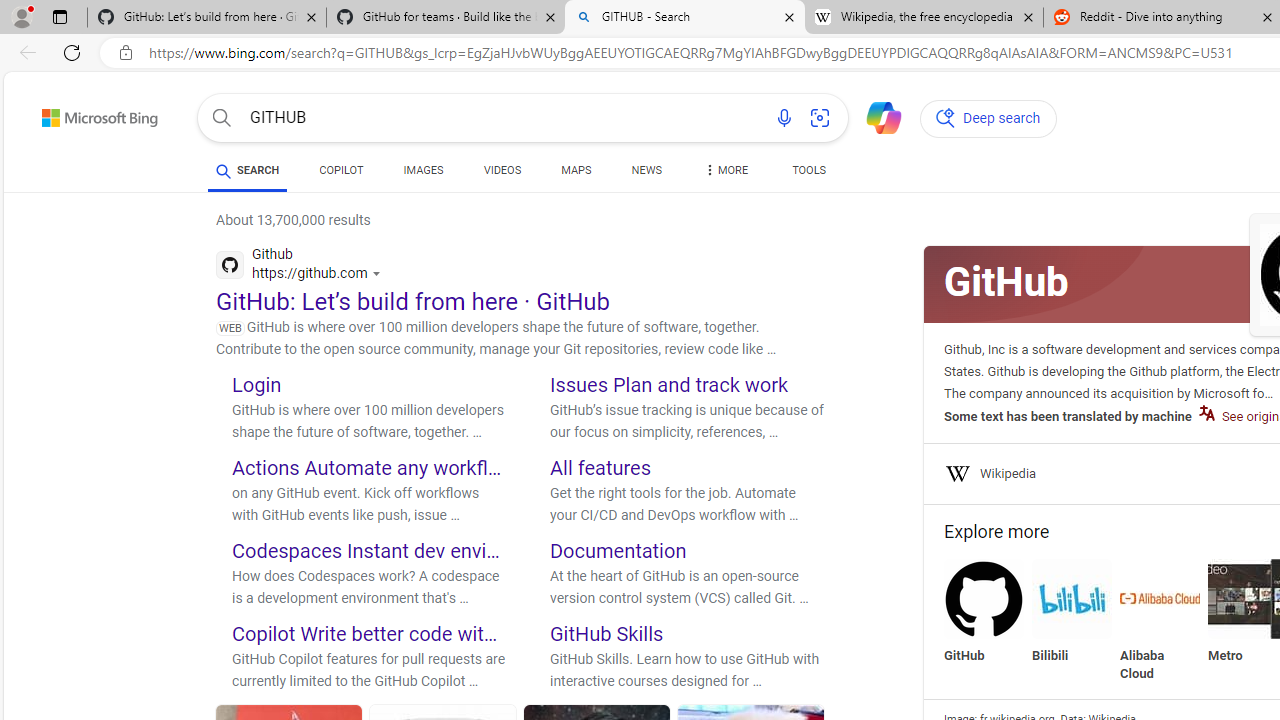 The height and width of the screenshot is (720, 1280). I want to click on 'Explore more Alibaba Cloud', so click(1160, 620).